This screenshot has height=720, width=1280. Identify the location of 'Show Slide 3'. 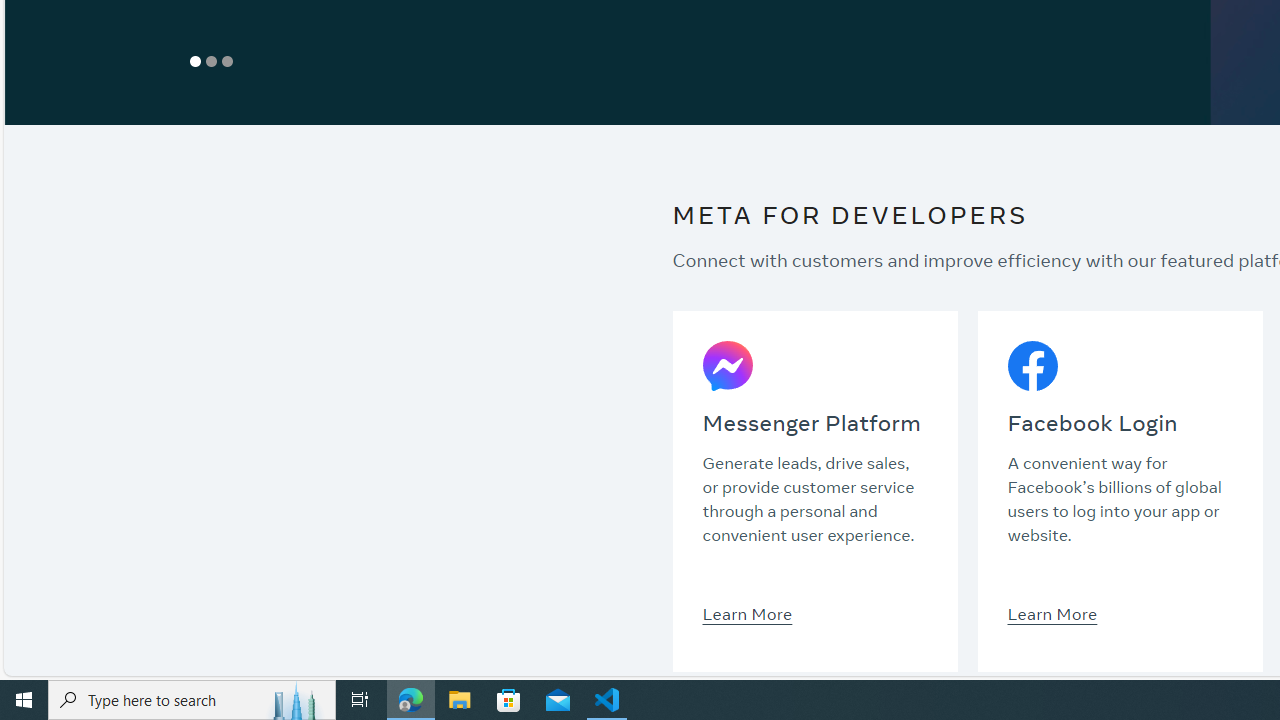
(227, 60).